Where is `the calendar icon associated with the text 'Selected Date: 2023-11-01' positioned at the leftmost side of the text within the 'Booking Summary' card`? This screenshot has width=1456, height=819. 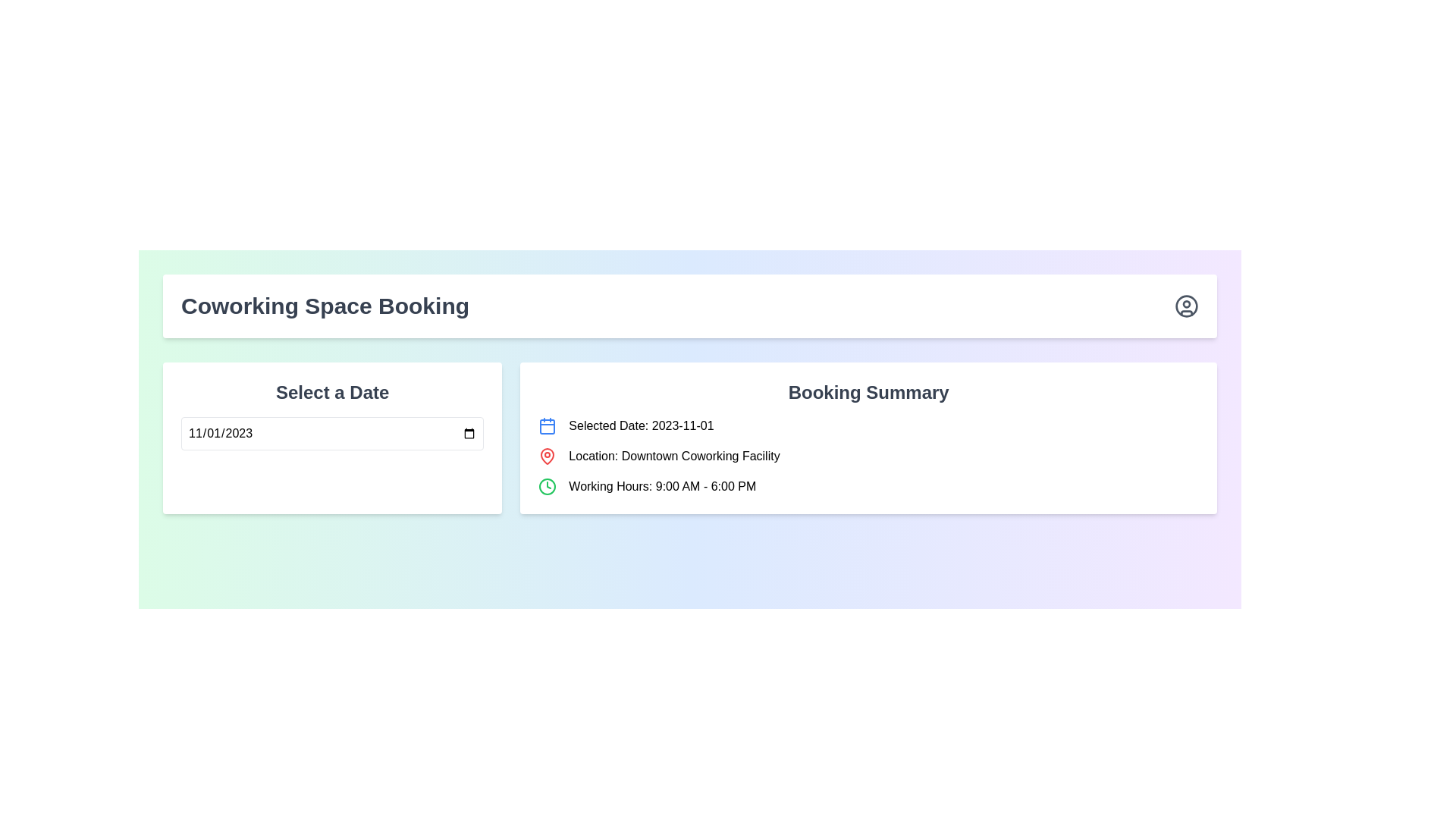
the calendar icon associated with the text 'Selected Date: 2023-11-01' positioned at the leftmost side of the text within the 'Booking Summary' card is located at coordinates (547, 426).